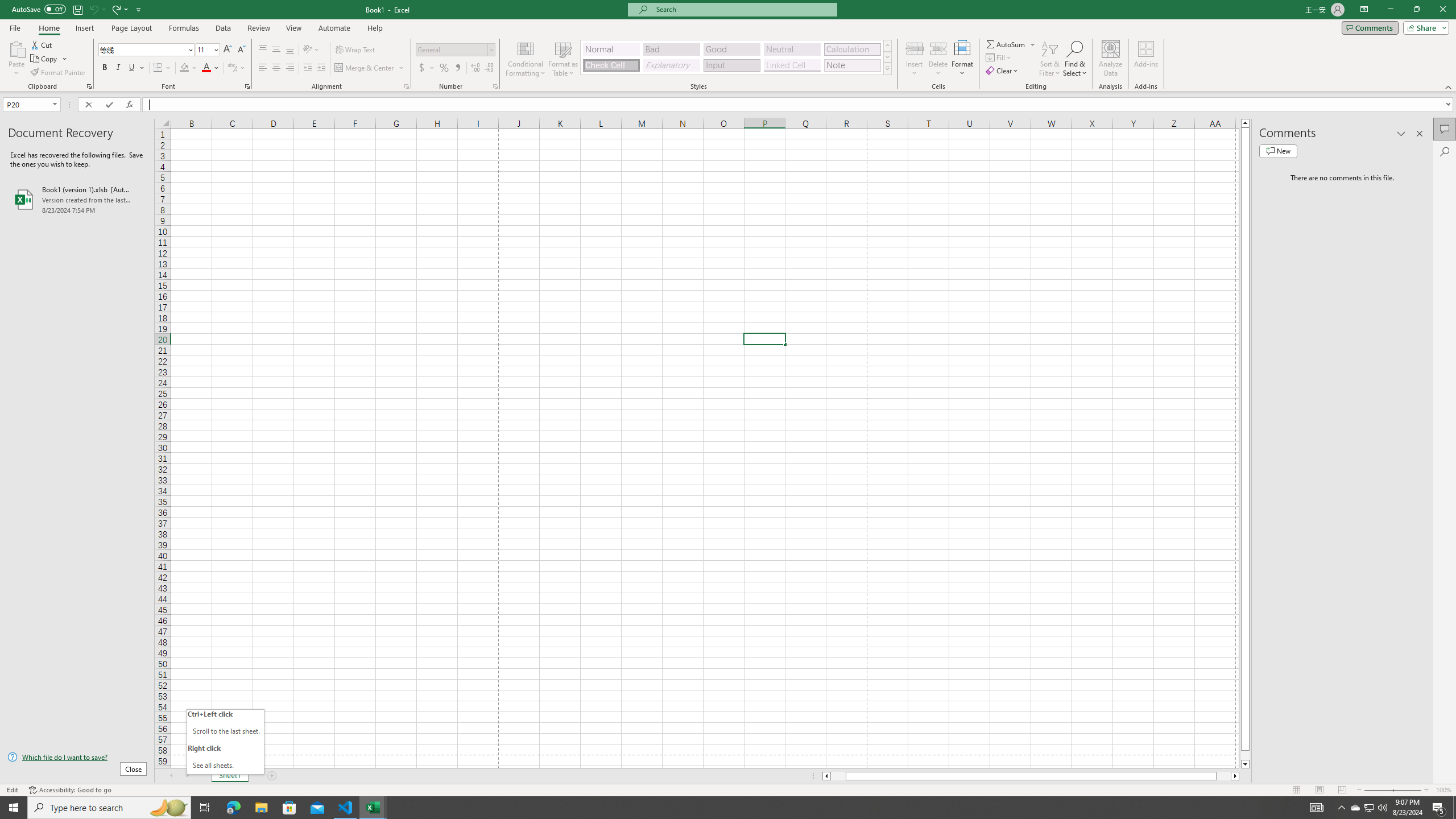 The image size is (1456, 819). What do you see at coordinates (206, 49) in the screenshot?
I see `'Font Size'` at bounding box center [206, 49].